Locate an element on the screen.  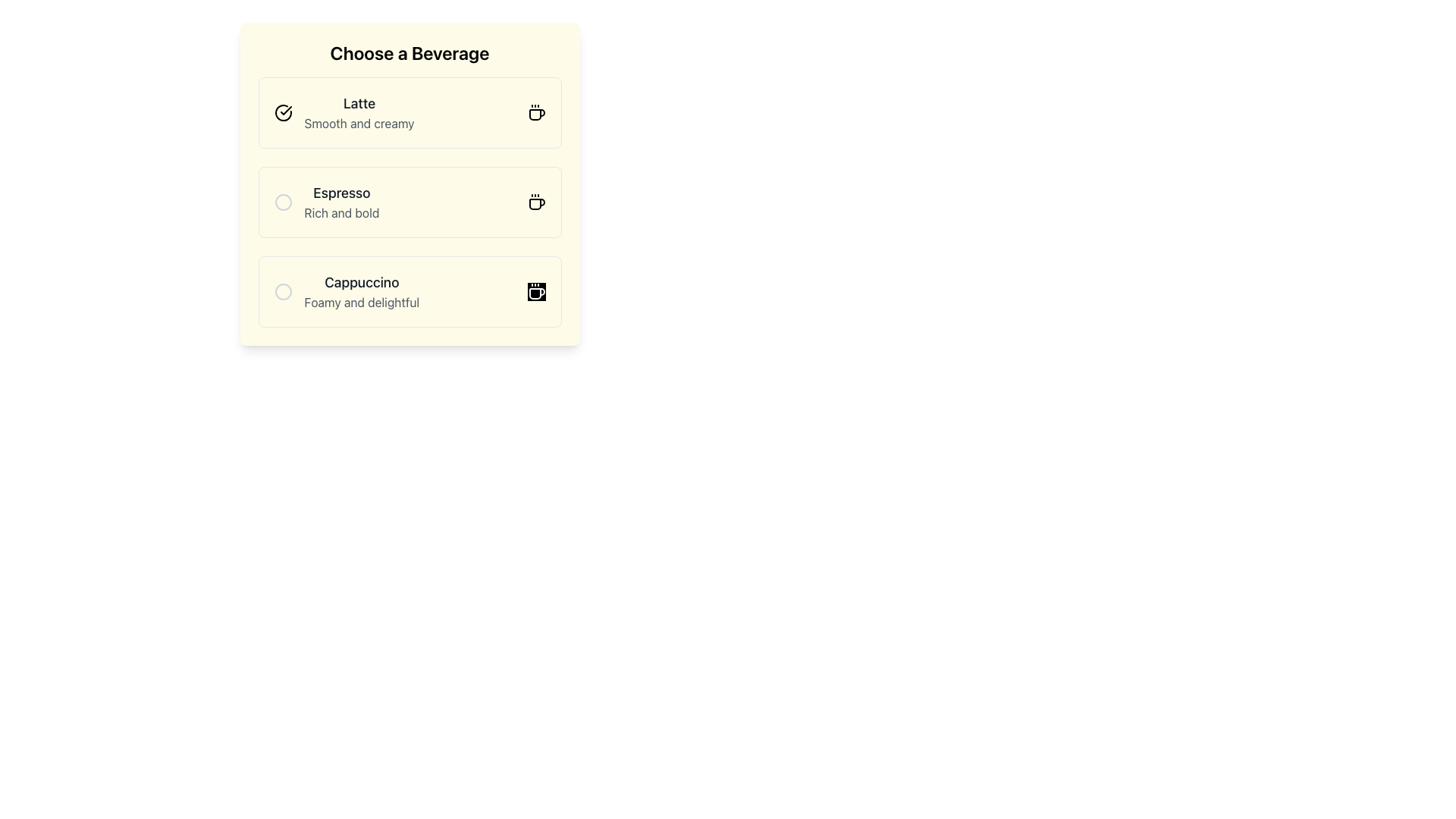
the subtitle text that provides additional details about the 'Cappuccino' option in the beverage selection interface, located directly beneath the 'Cappuccino' label is located at coordinates (361, 302).